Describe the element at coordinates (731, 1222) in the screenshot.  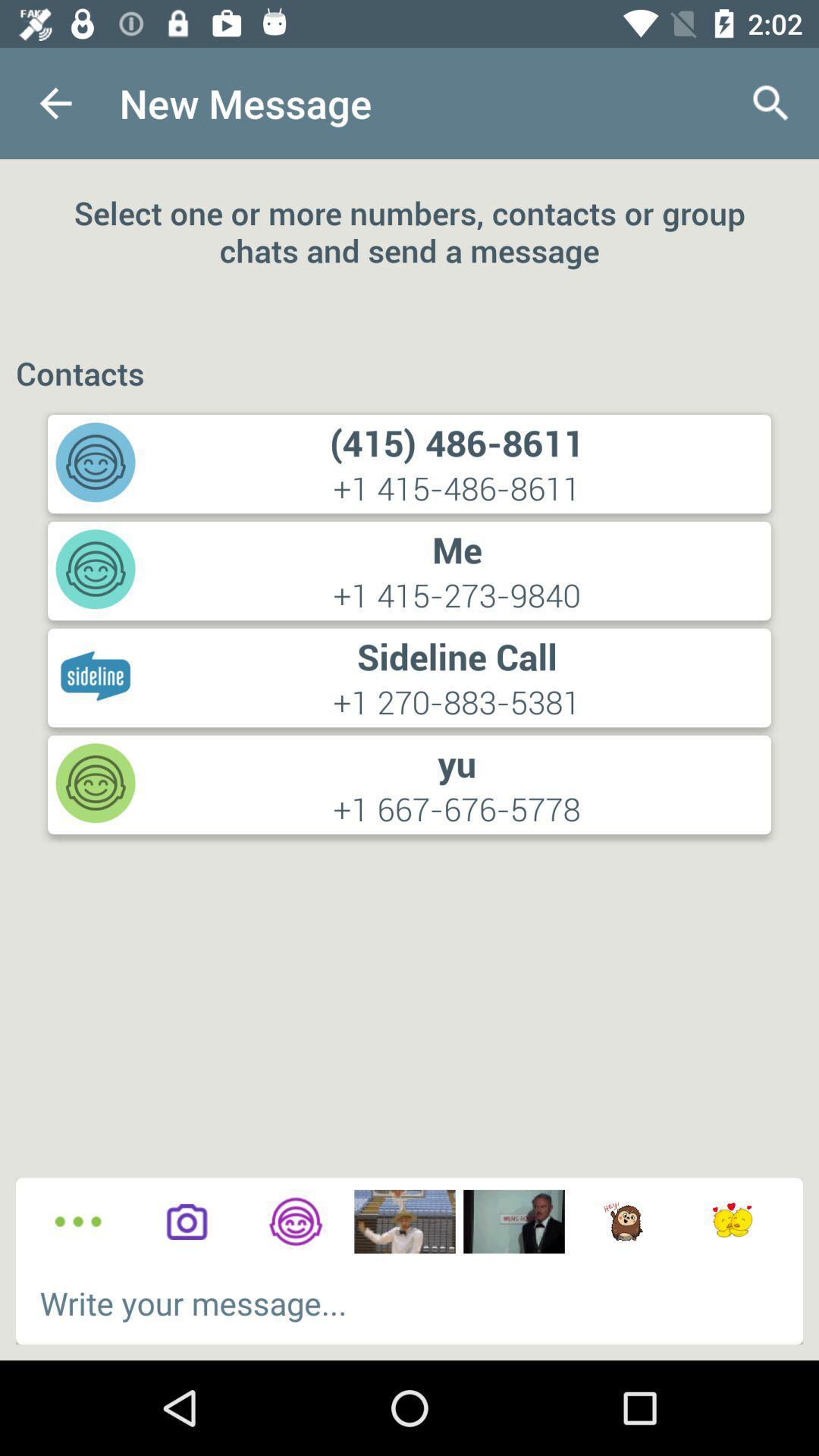
I see `send emoji` at that location.